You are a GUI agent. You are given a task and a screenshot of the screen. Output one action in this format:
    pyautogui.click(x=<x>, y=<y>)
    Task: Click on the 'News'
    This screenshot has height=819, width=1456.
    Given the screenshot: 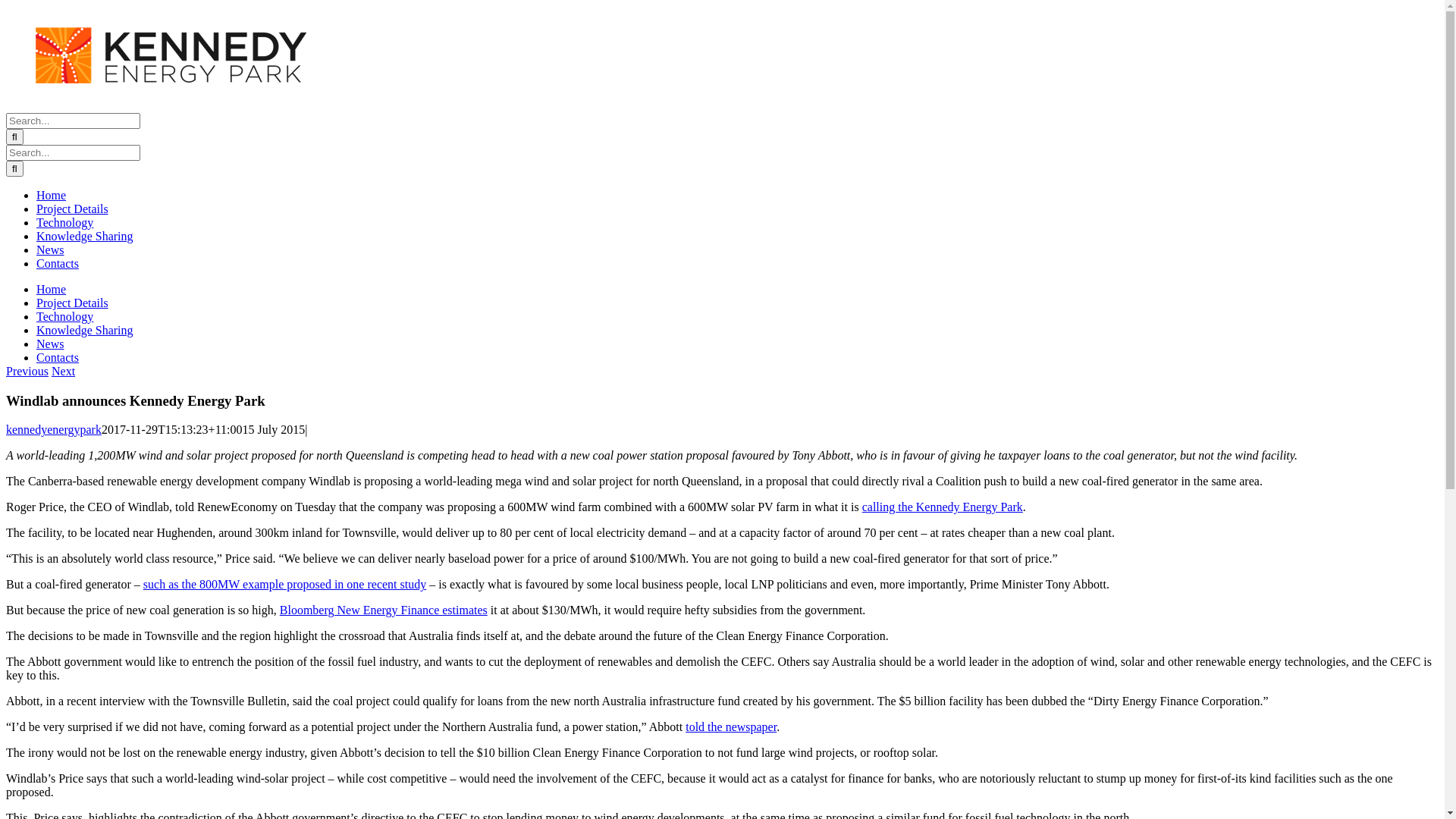 What is the action you would take?
    pyautogui.click(x=50, y=249)
    